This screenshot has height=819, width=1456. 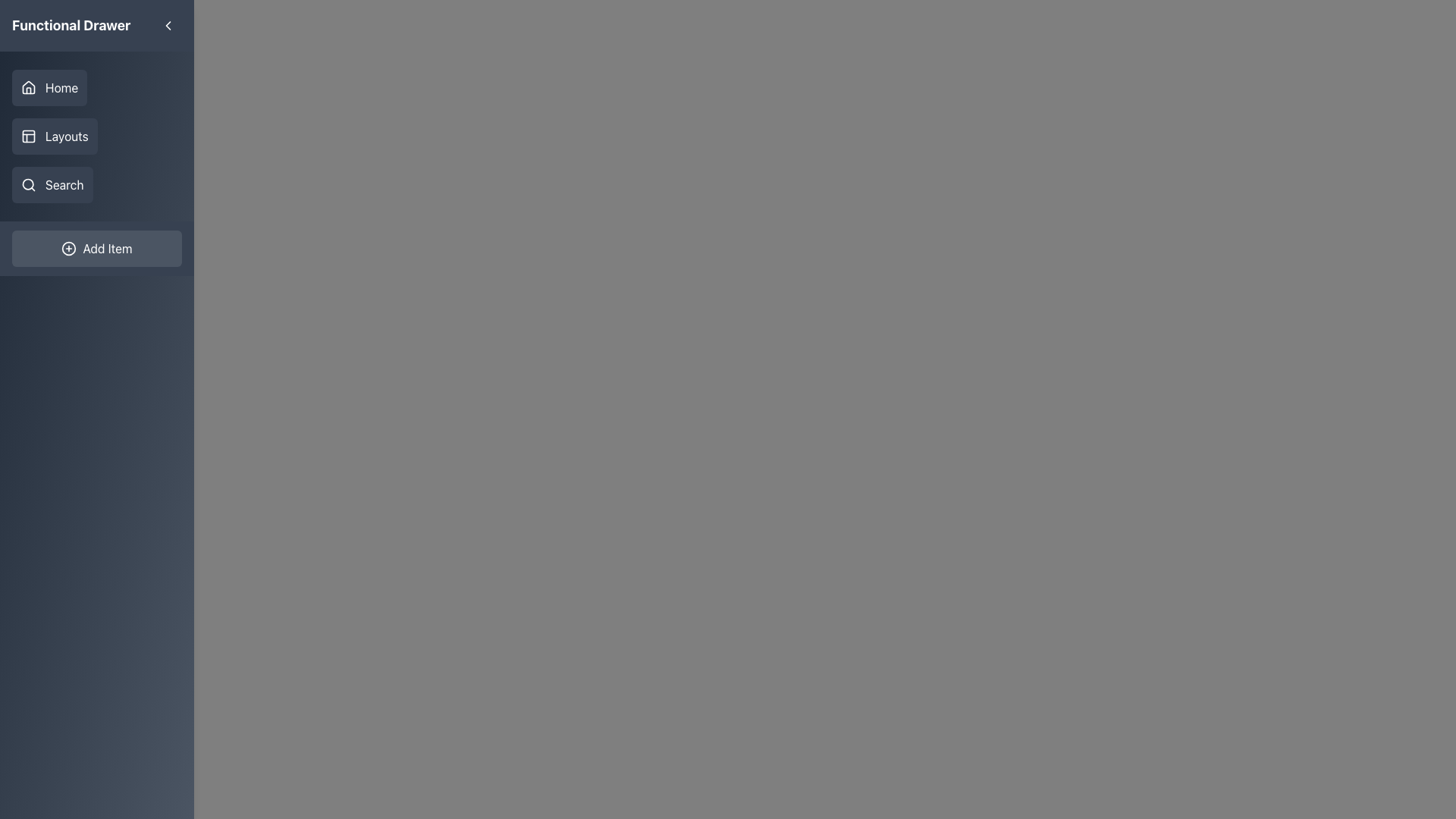 What do you see at coordinates (29, 87) in the screenshot?
I see `the 'Home' icon located at the top of the sidebar` at bounding box center [29, 87].